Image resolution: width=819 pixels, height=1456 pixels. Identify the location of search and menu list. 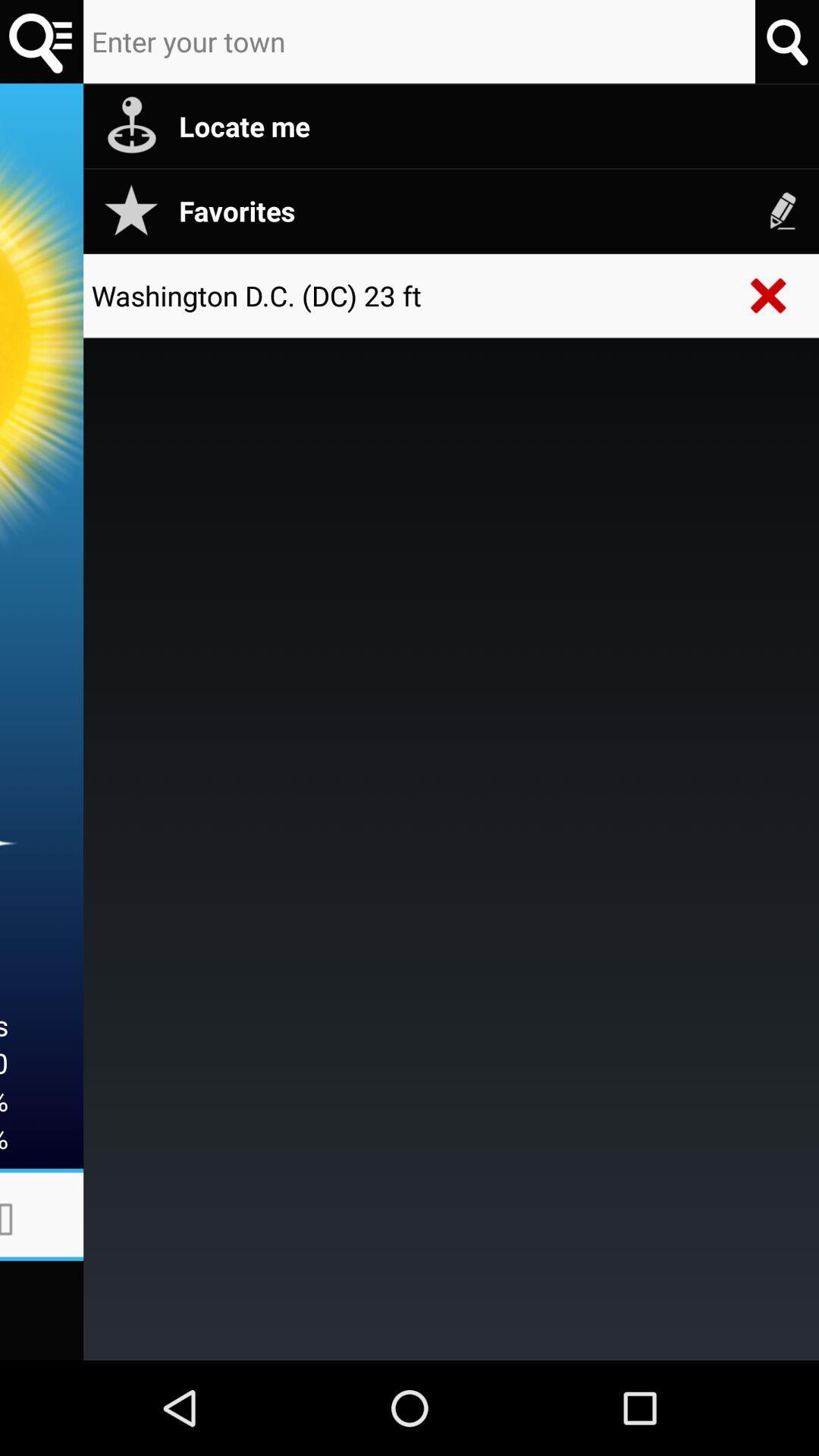
(41, 42).